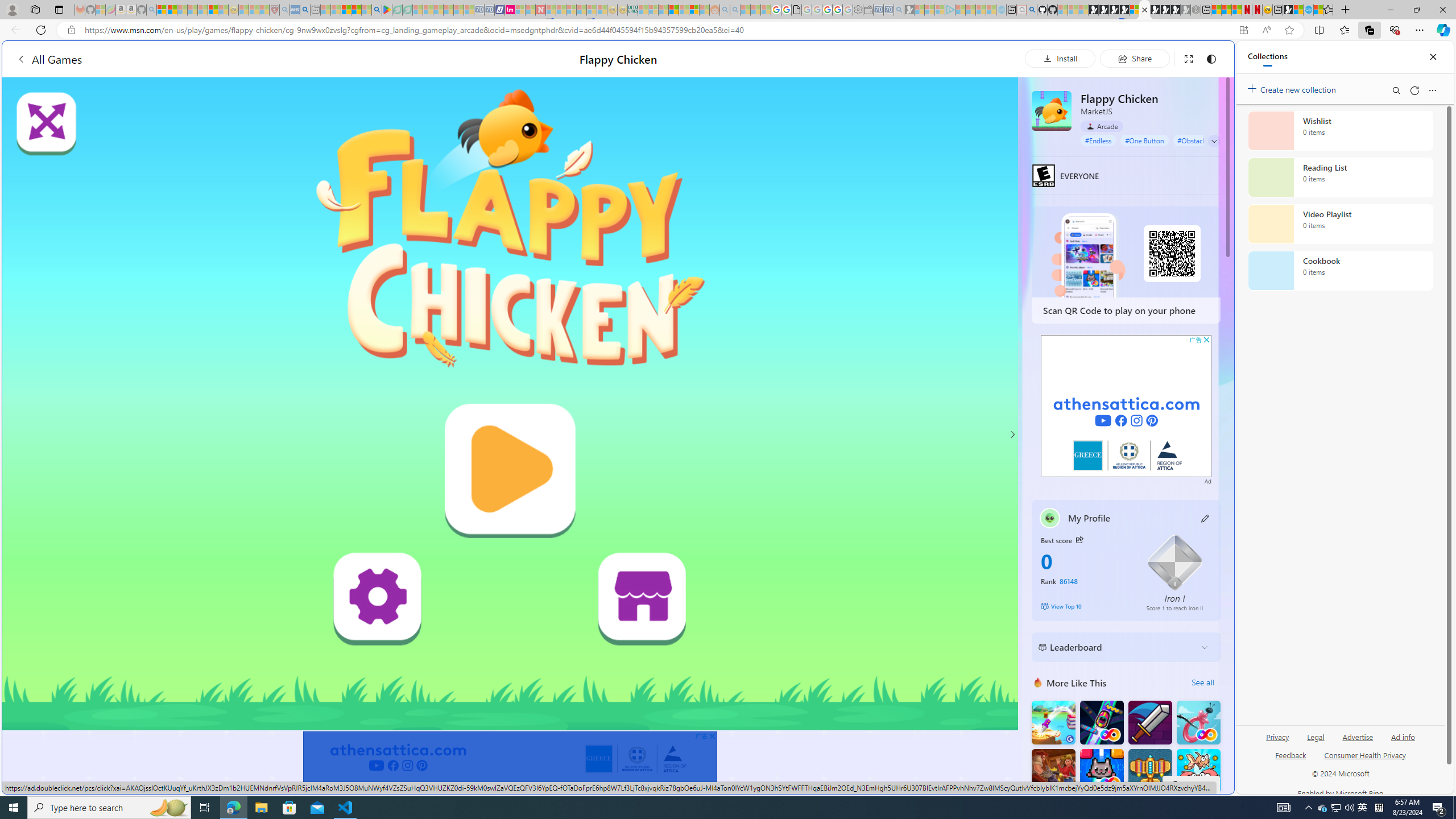  I want to click on 'Arcade', so click(1101, 126).